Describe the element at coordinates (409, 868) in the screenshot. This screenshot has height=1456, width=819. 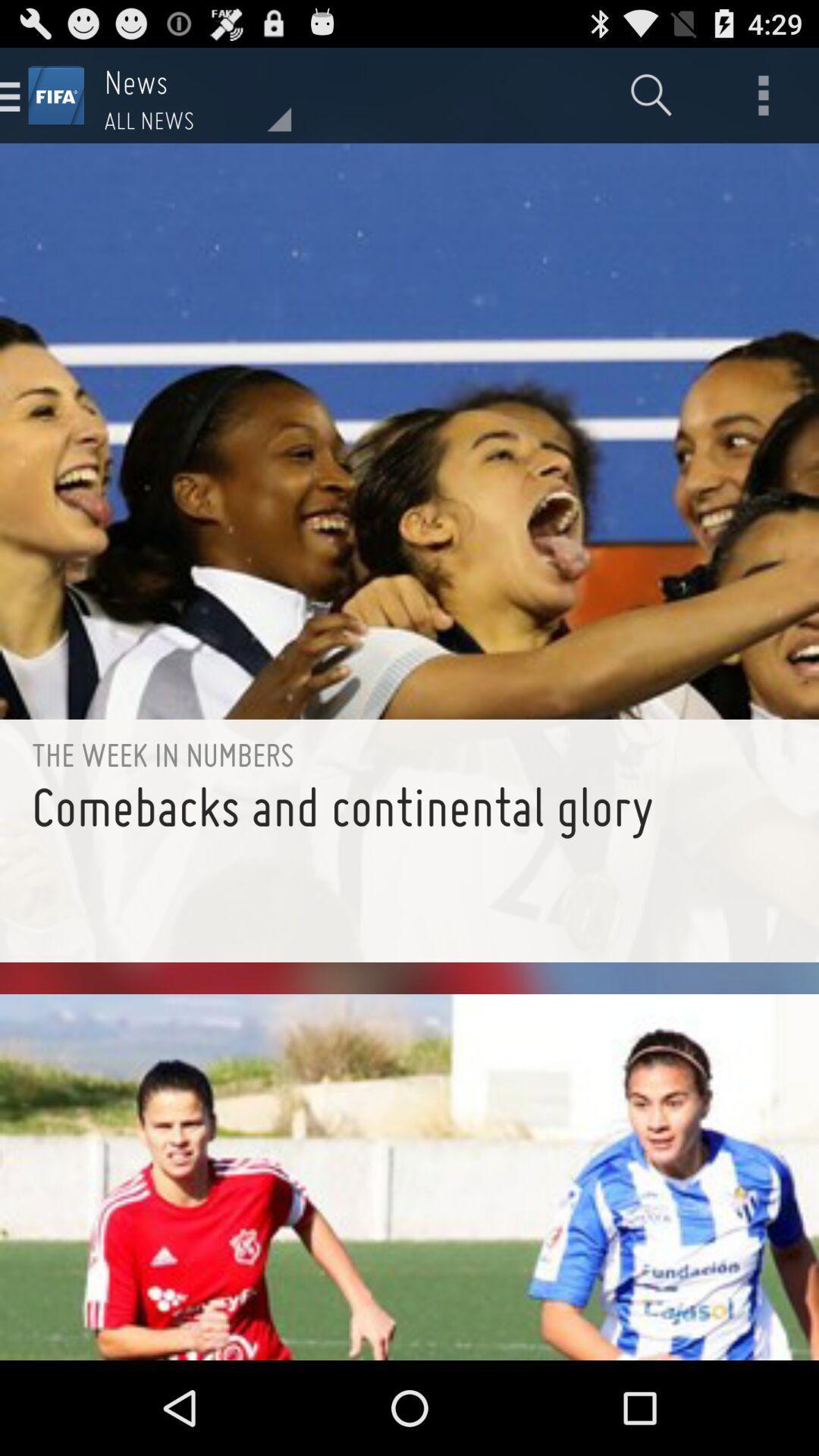
I see `comebacks and continental icon` at that location.